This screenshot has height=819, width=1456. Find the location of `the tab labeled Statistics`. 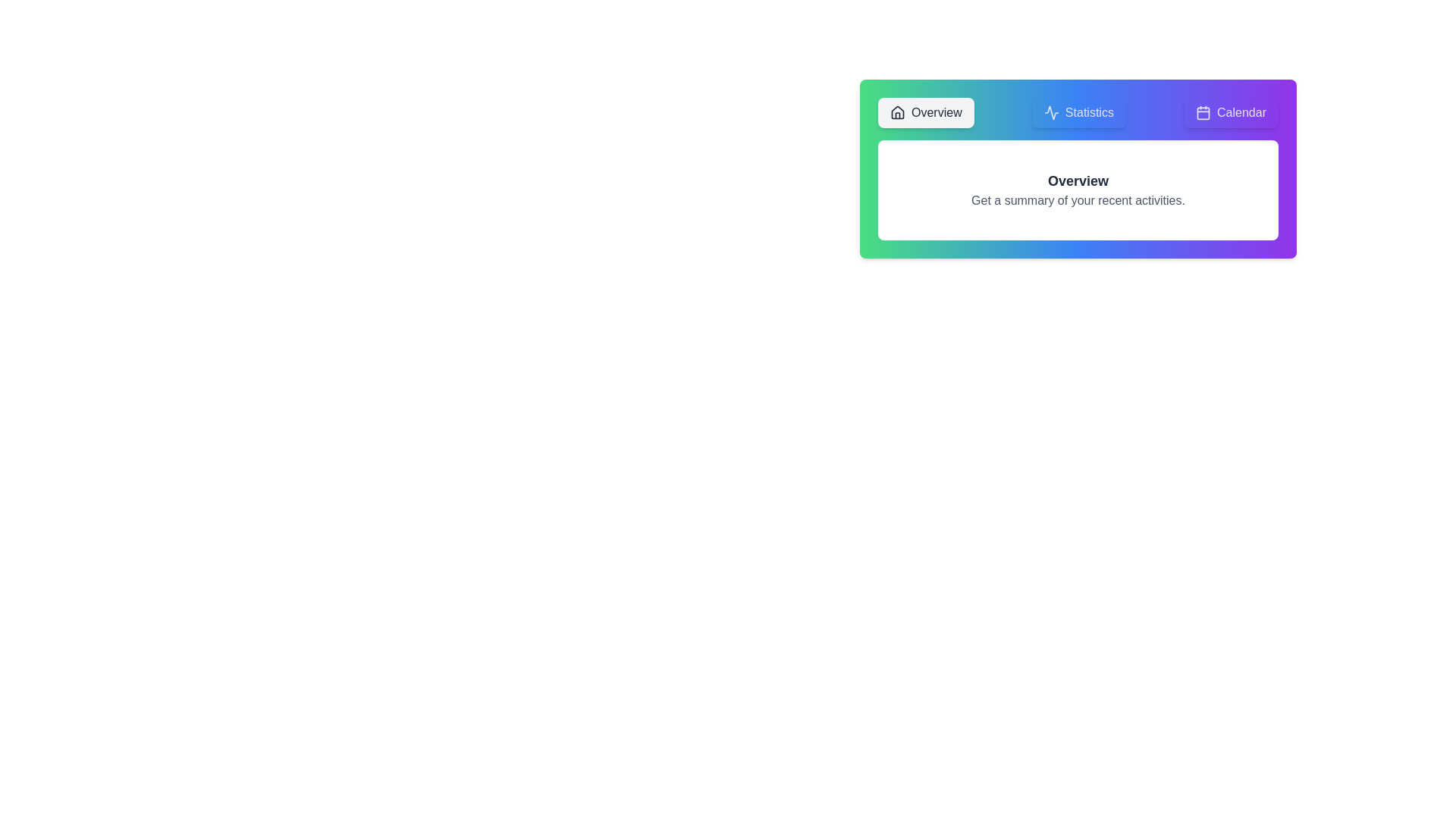

the tab labeled Statistics is located at coordinates (1077, 112).